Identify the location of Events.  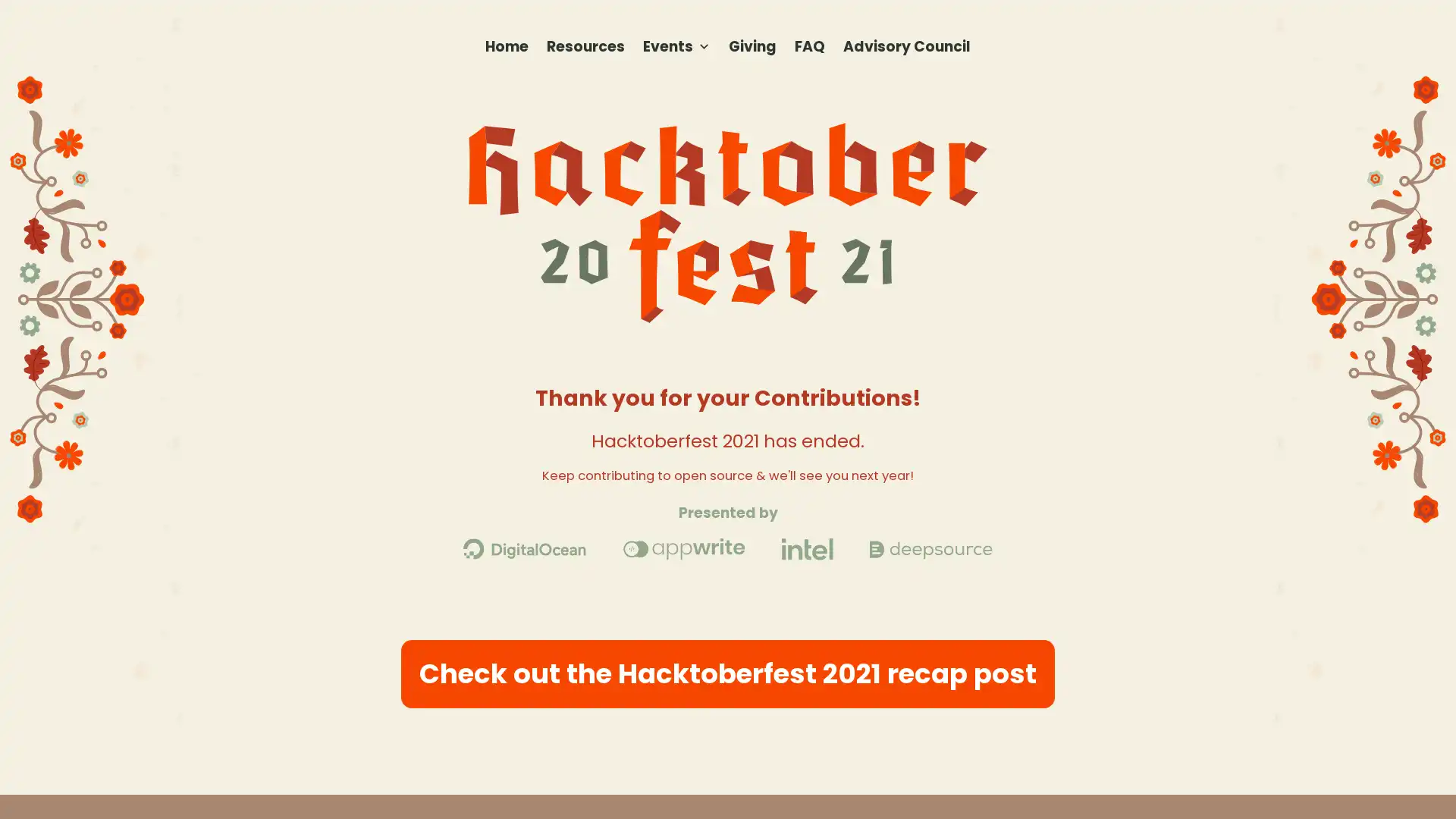
(676, 45).